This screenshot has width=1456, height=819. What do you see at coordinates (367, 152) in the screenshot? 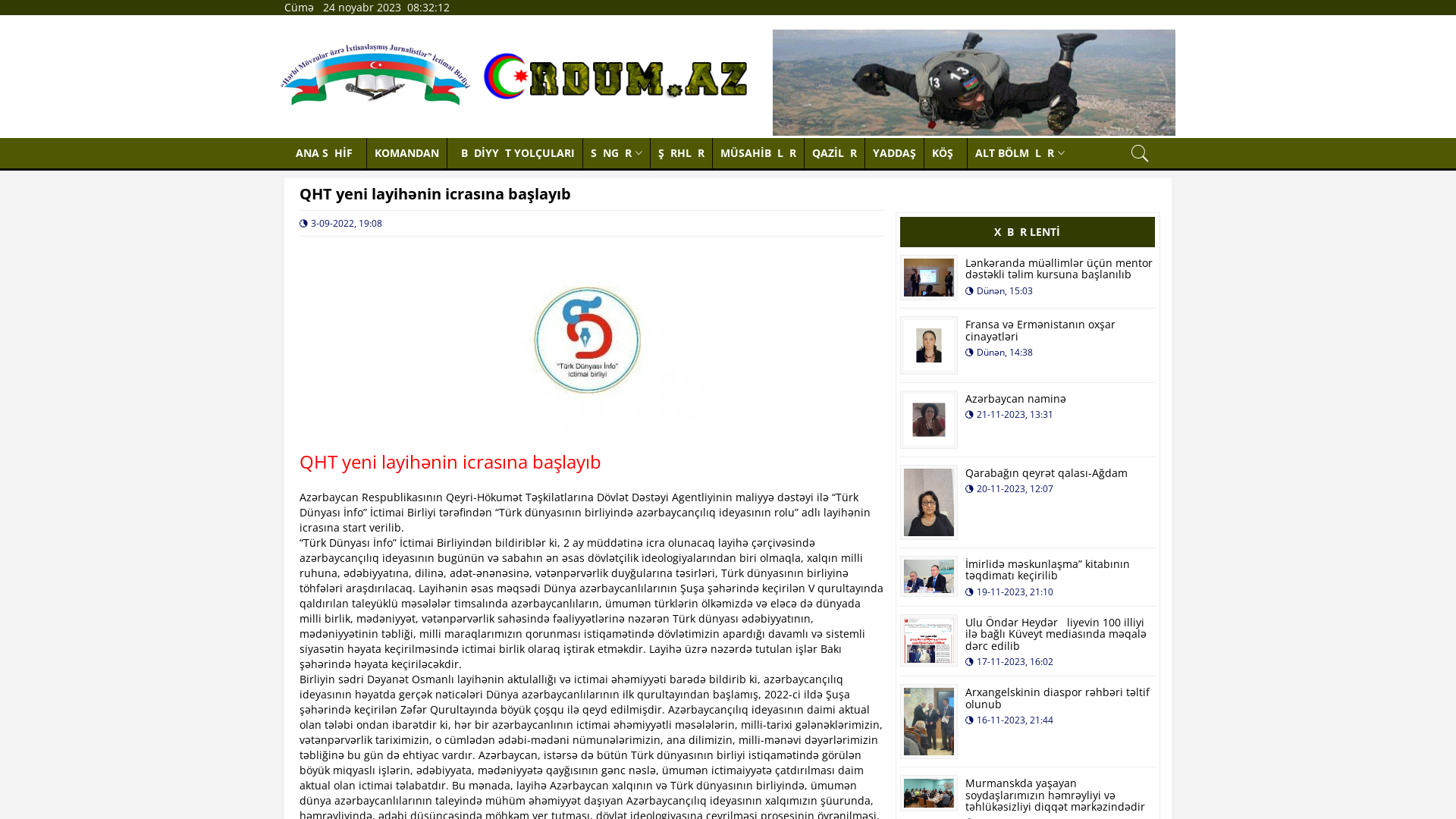
I see `'KOMANDAN'` at bounding box center [367, 152].